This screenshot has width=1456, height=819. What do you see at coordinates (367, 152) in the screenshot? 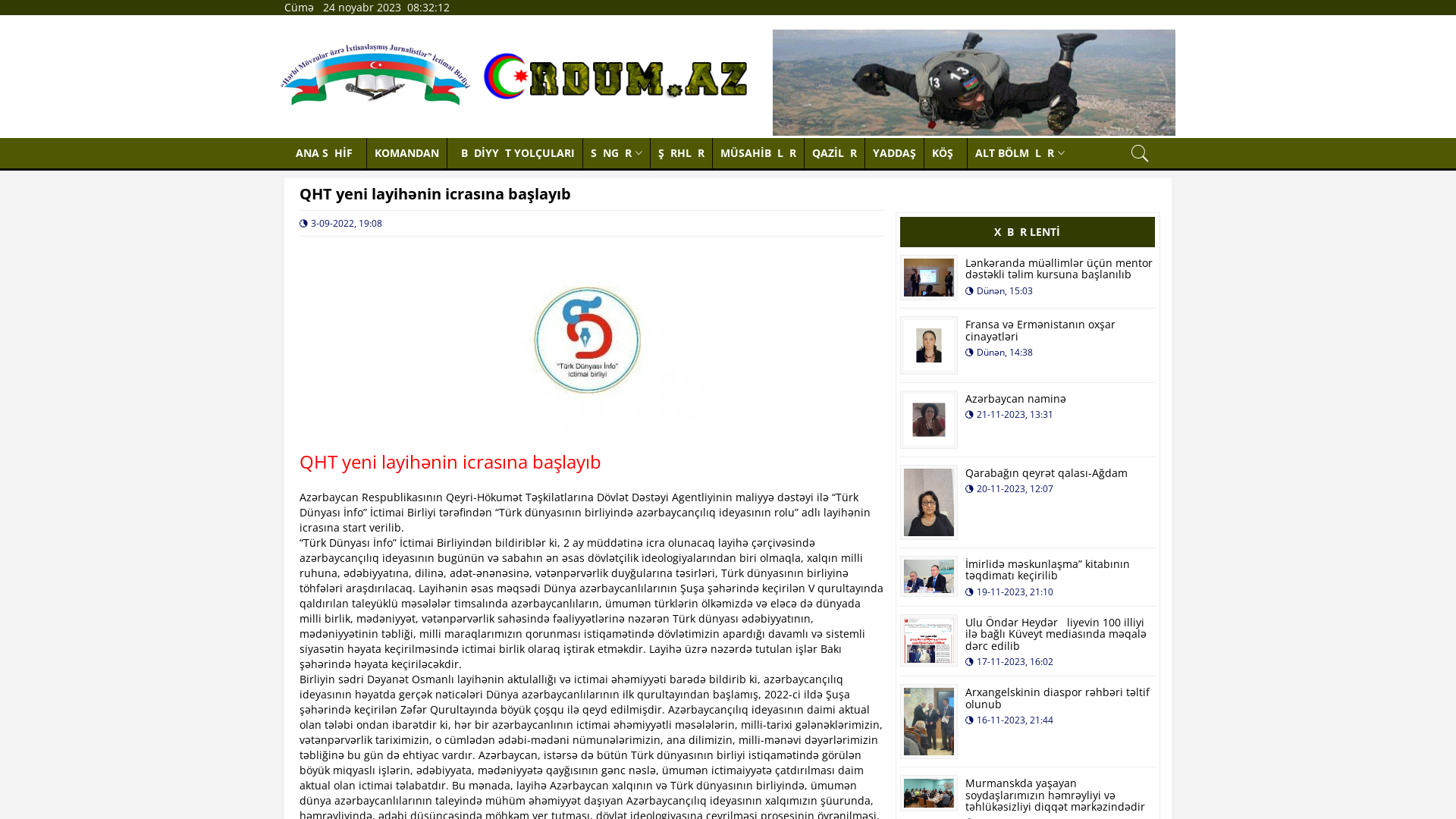
I see `'KOMANDAN'` at bounding box center [367, 152].